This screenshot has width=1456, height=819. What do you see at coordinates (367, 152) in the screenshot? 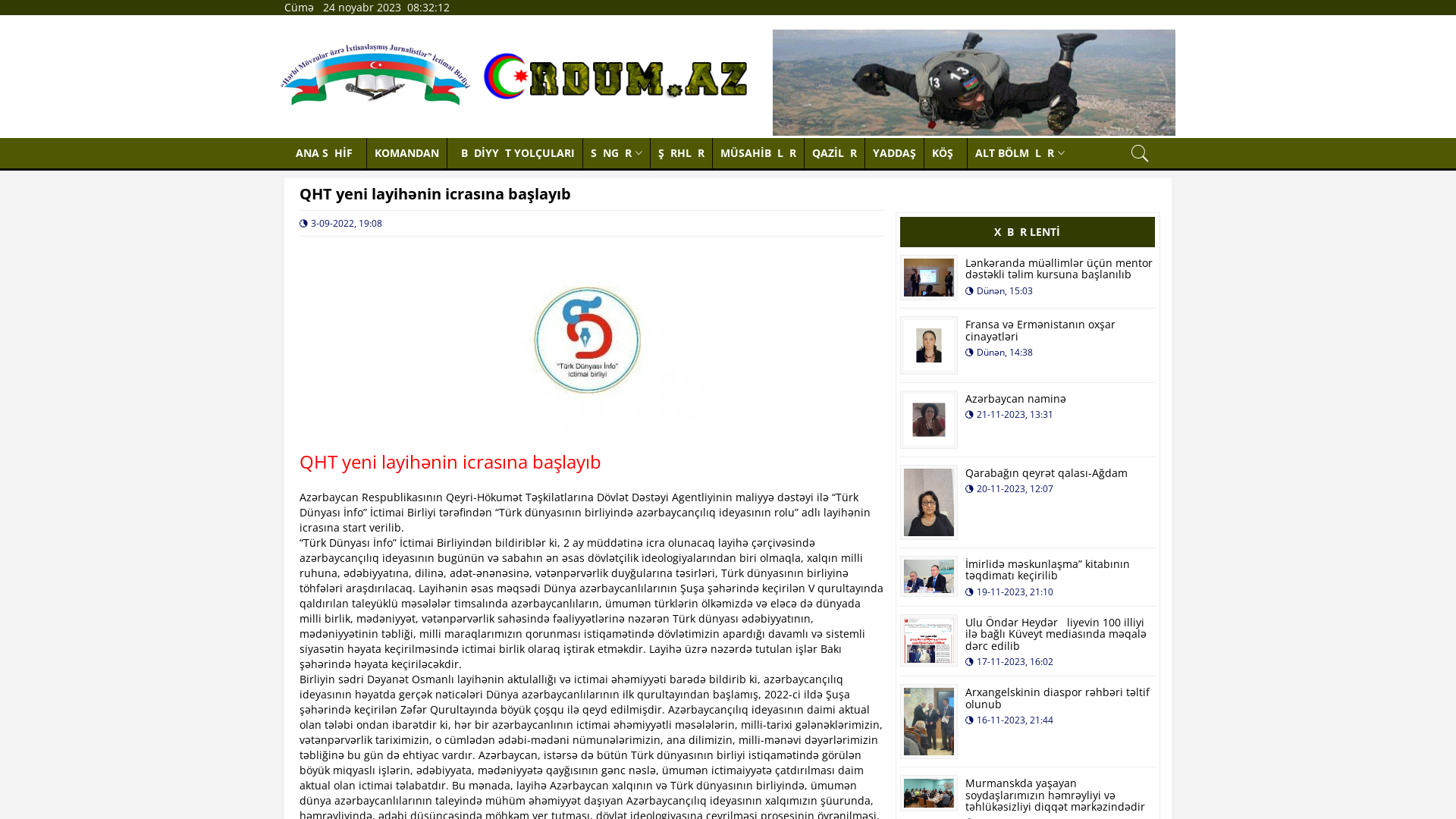
I see `'KOMANDAN'` at bounding box center [367, 152].